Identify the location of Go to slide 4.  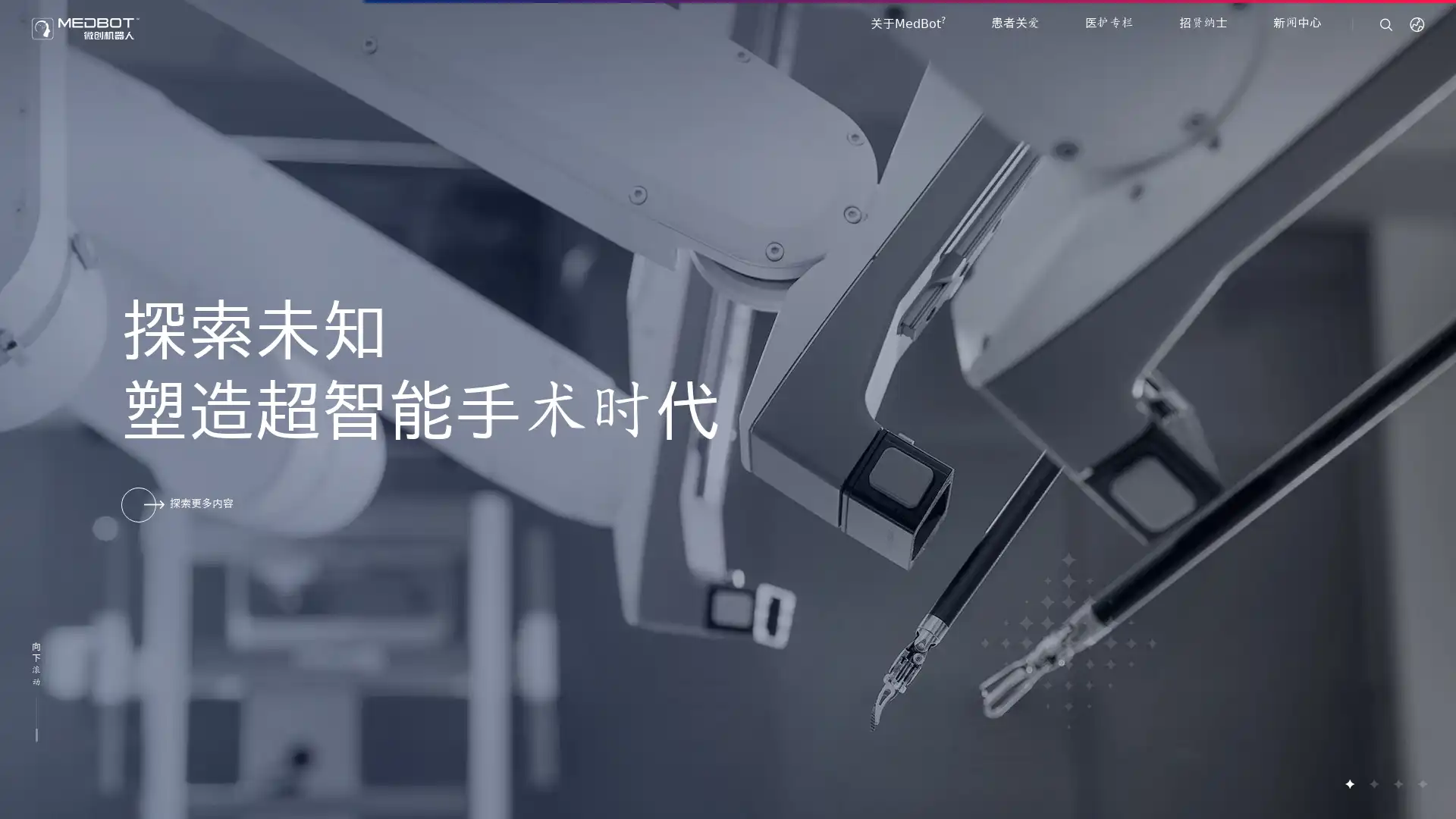
(1421, 783).